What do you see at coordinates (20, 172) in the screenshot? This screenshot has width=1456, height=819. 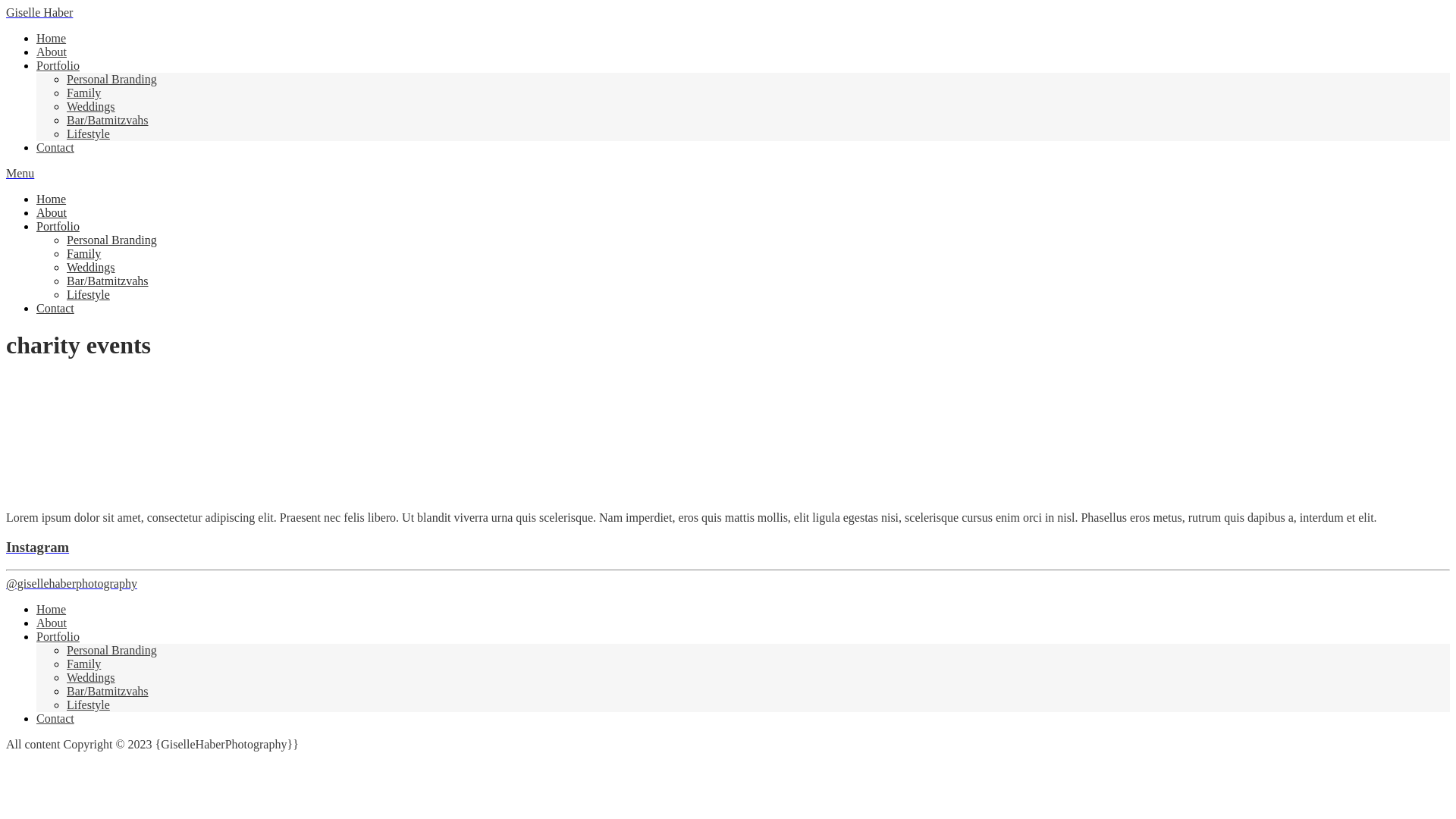 I see `'Menu'` at bounding box center [20, 172].